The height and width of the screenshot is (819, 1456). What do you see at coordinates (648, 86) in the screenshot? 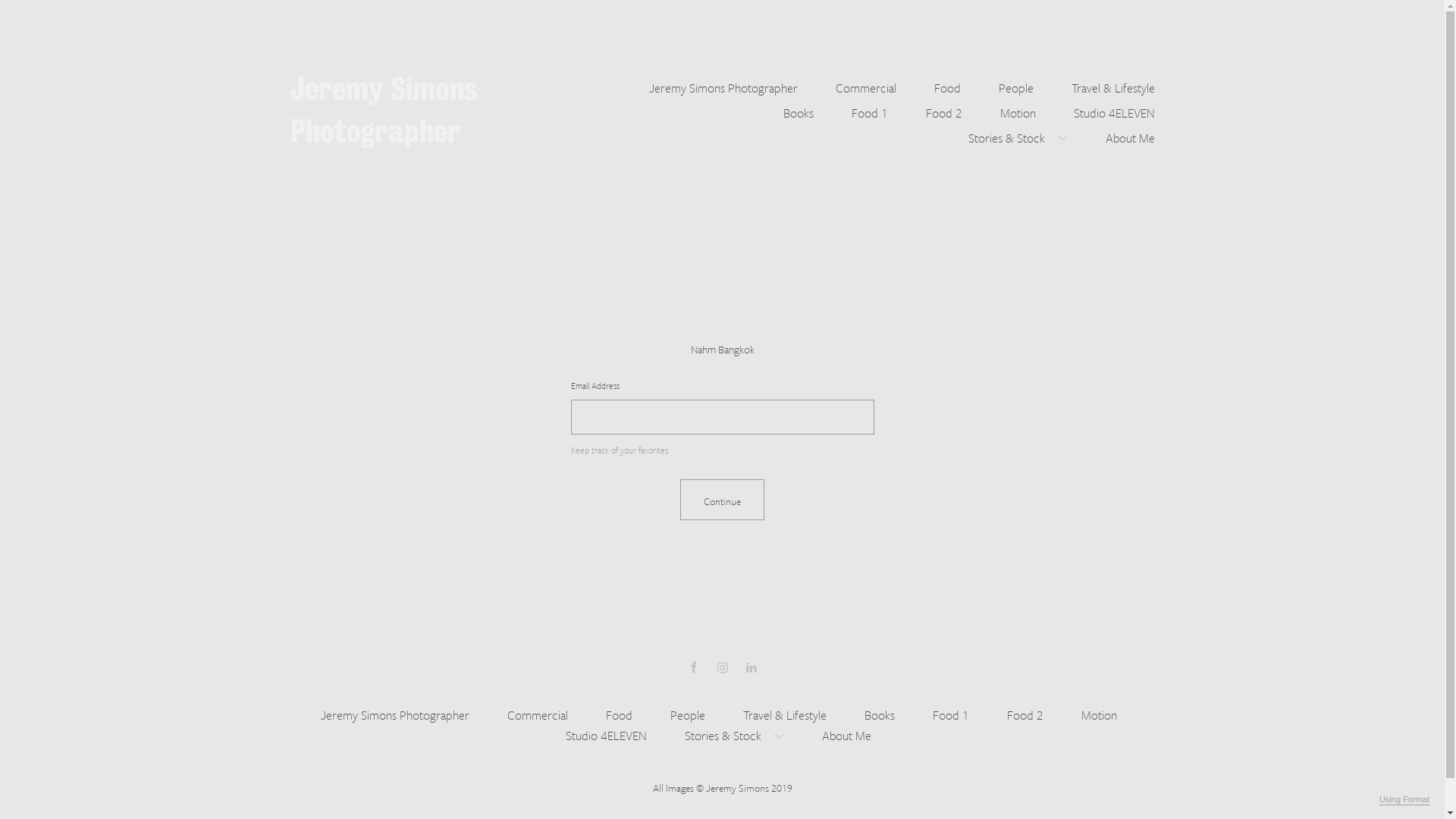
I see `'Jeremy Simons Photographer'` at bounding box center [648, 86].